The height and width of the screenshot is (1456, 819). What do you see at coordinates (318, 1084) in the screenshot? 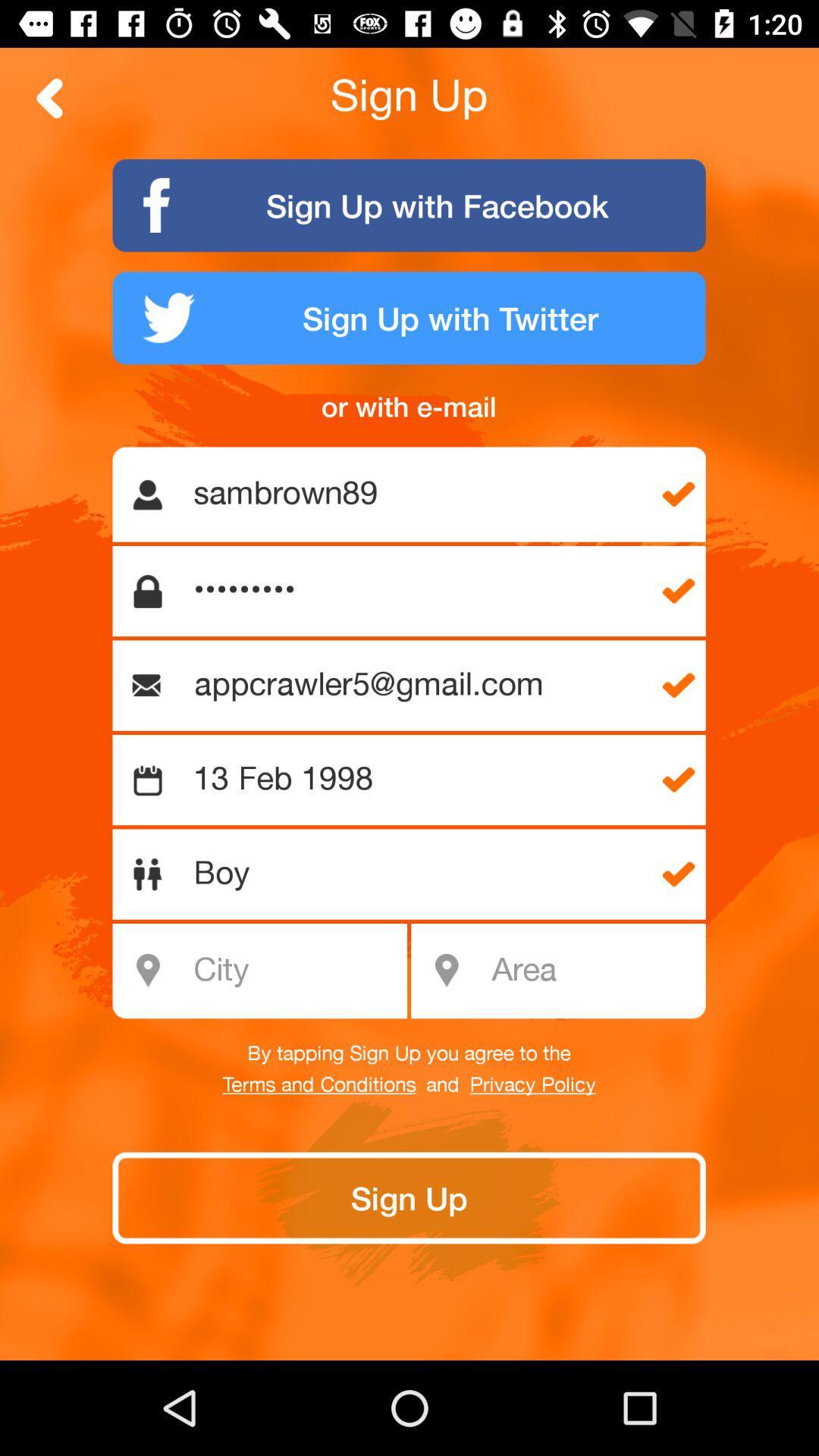
I see `terms and conditions item` at bounding box center [318, 1084].